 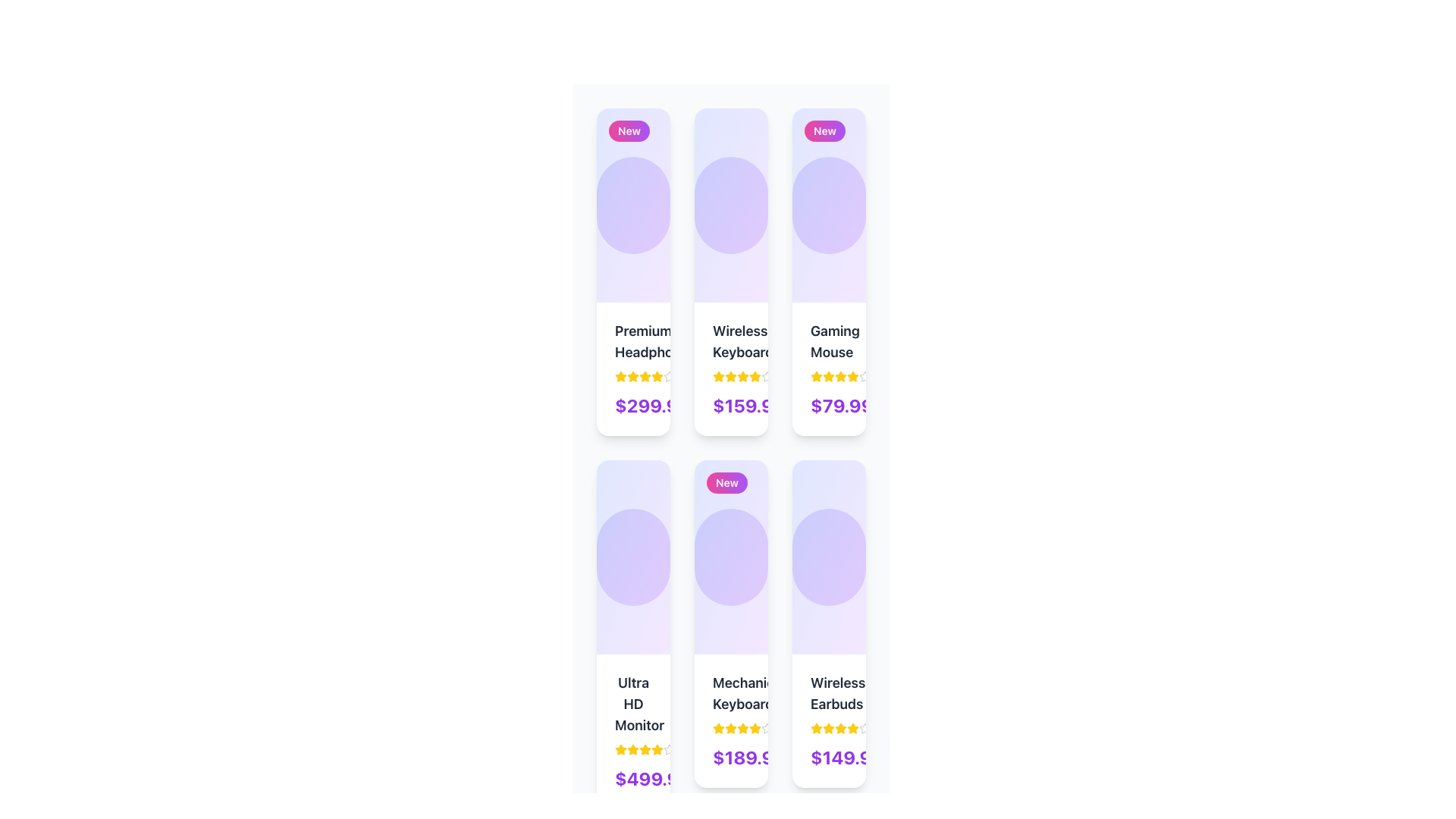 What do you see at coordinates (718, 727) in the screenshot?
I see `the first filled Rating star icon in the rating section of the product card to interact with the rating interface` at bounding box center [718, 727].